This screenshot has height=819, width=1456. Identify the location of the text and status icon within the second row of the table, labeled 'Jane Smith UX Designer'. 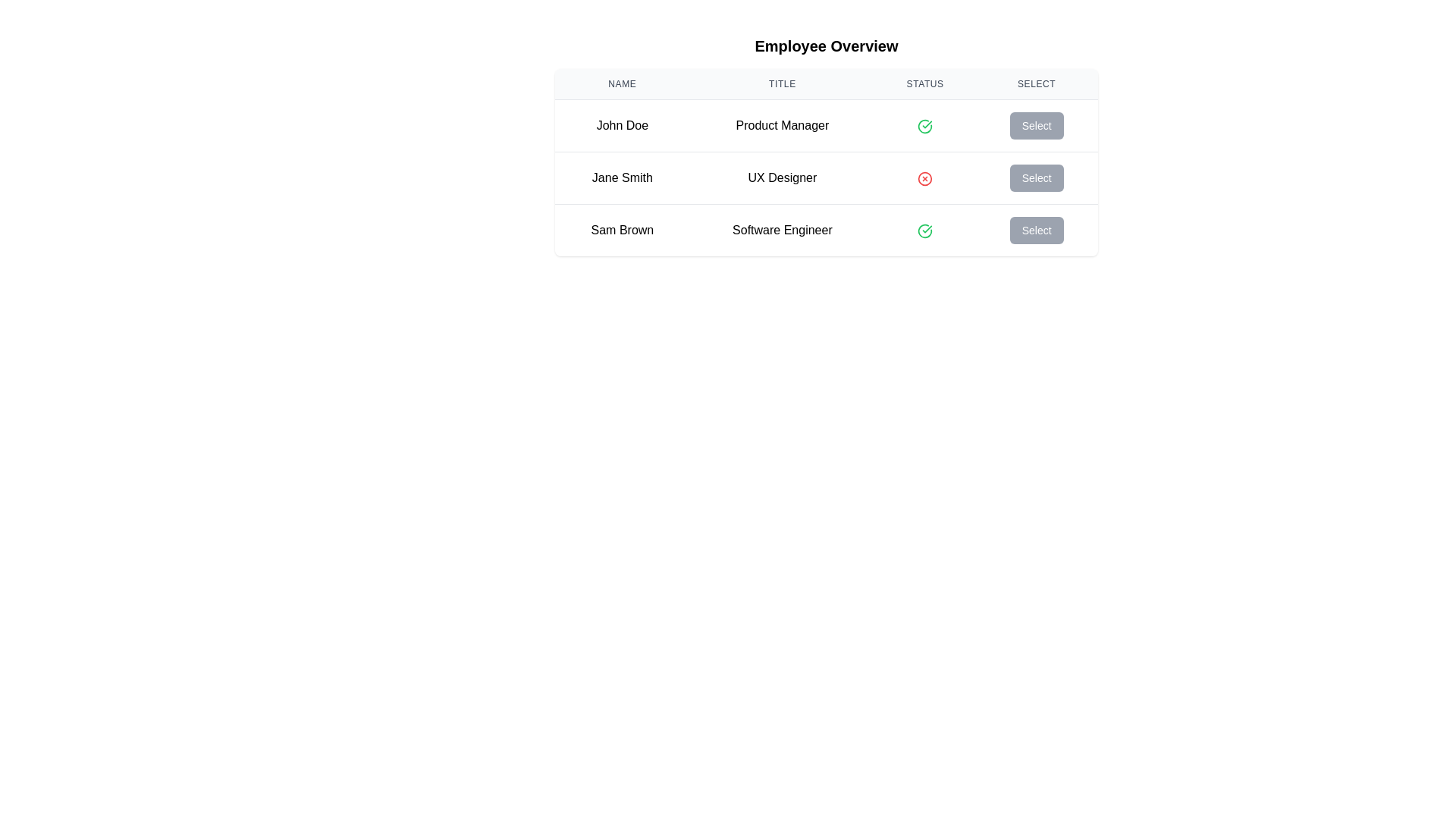
(825, 177).